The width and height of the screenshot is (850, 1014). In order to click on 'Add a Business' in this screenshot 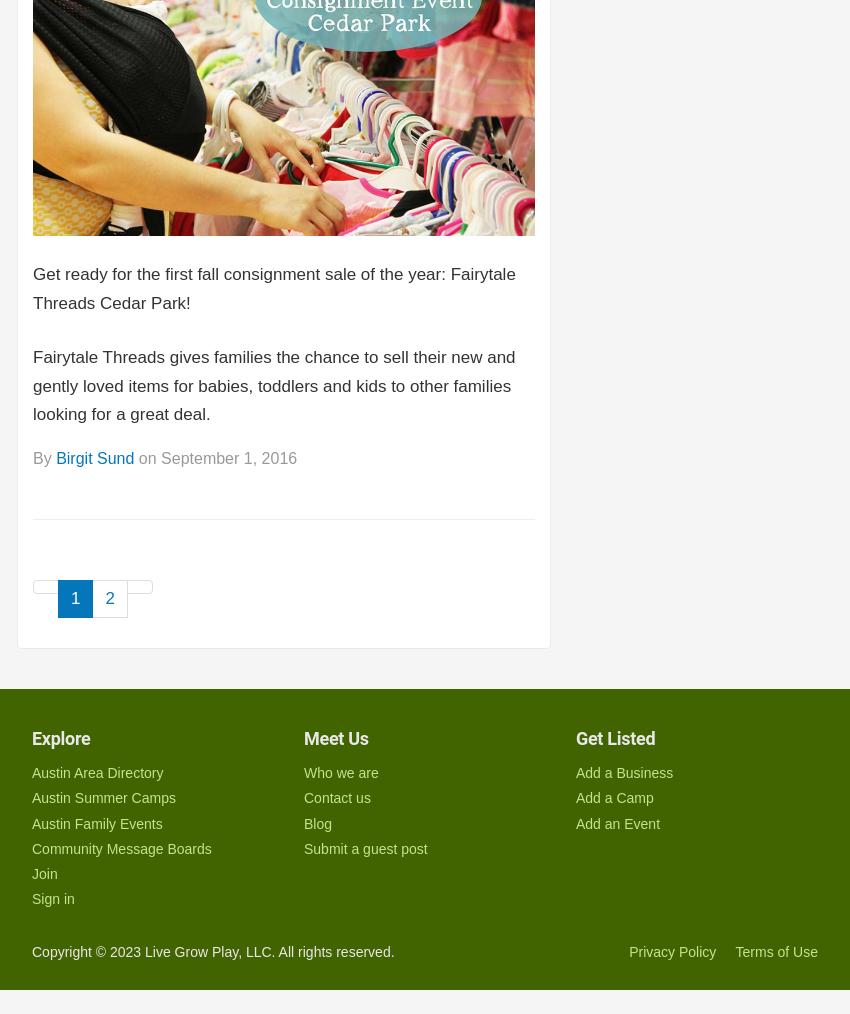, I will do `click(622, 772)`.